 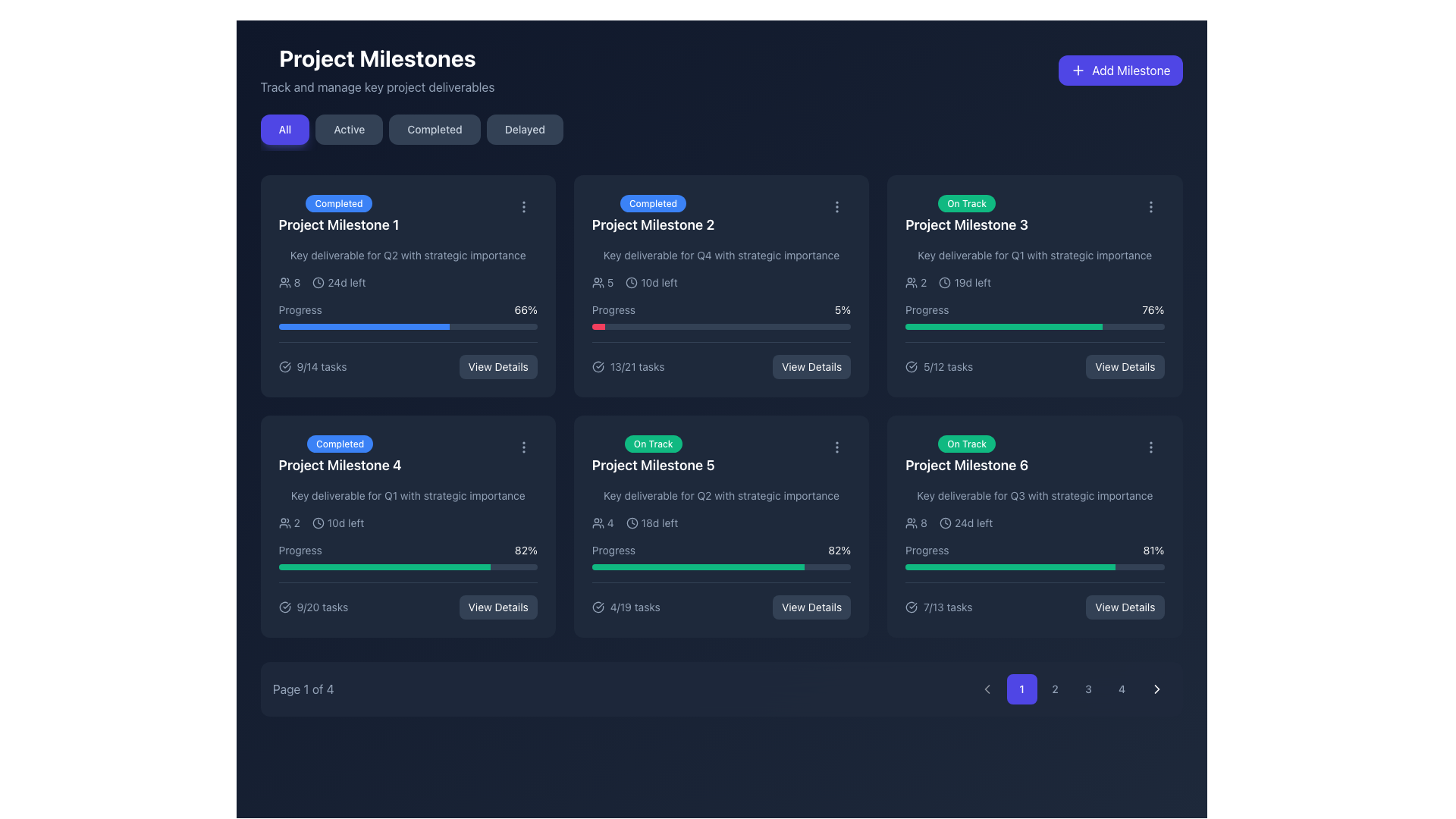 I want to click on the progress indicator (progress bar) that shows 76% completion, located in the bottom half of the 'Project Milestone 3' card, so click(x=1034, y=326).